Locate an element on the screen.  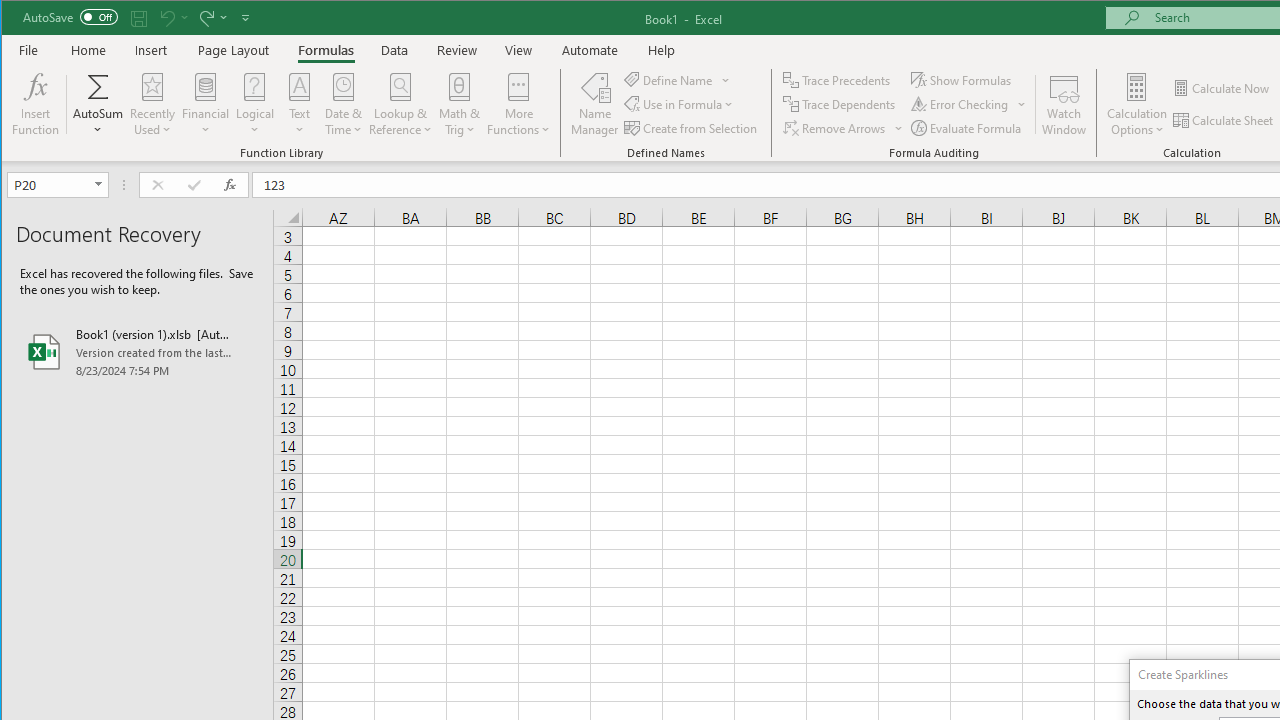
'Insert' is located at coordinates (150, 49).